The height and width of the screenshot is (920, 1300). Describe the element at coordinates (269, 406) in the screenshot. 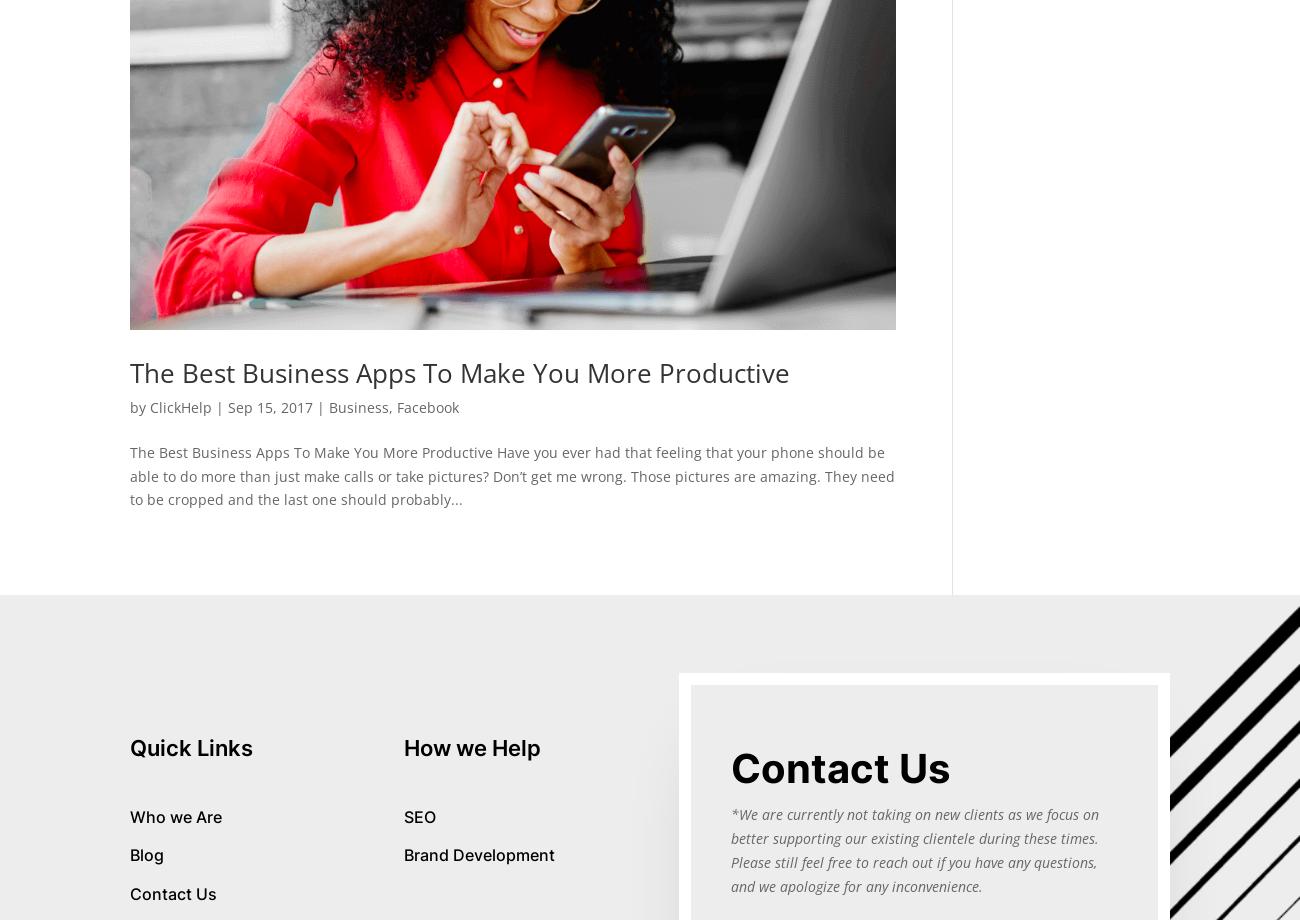

I see `'Sep 15, 2017'` at that location.